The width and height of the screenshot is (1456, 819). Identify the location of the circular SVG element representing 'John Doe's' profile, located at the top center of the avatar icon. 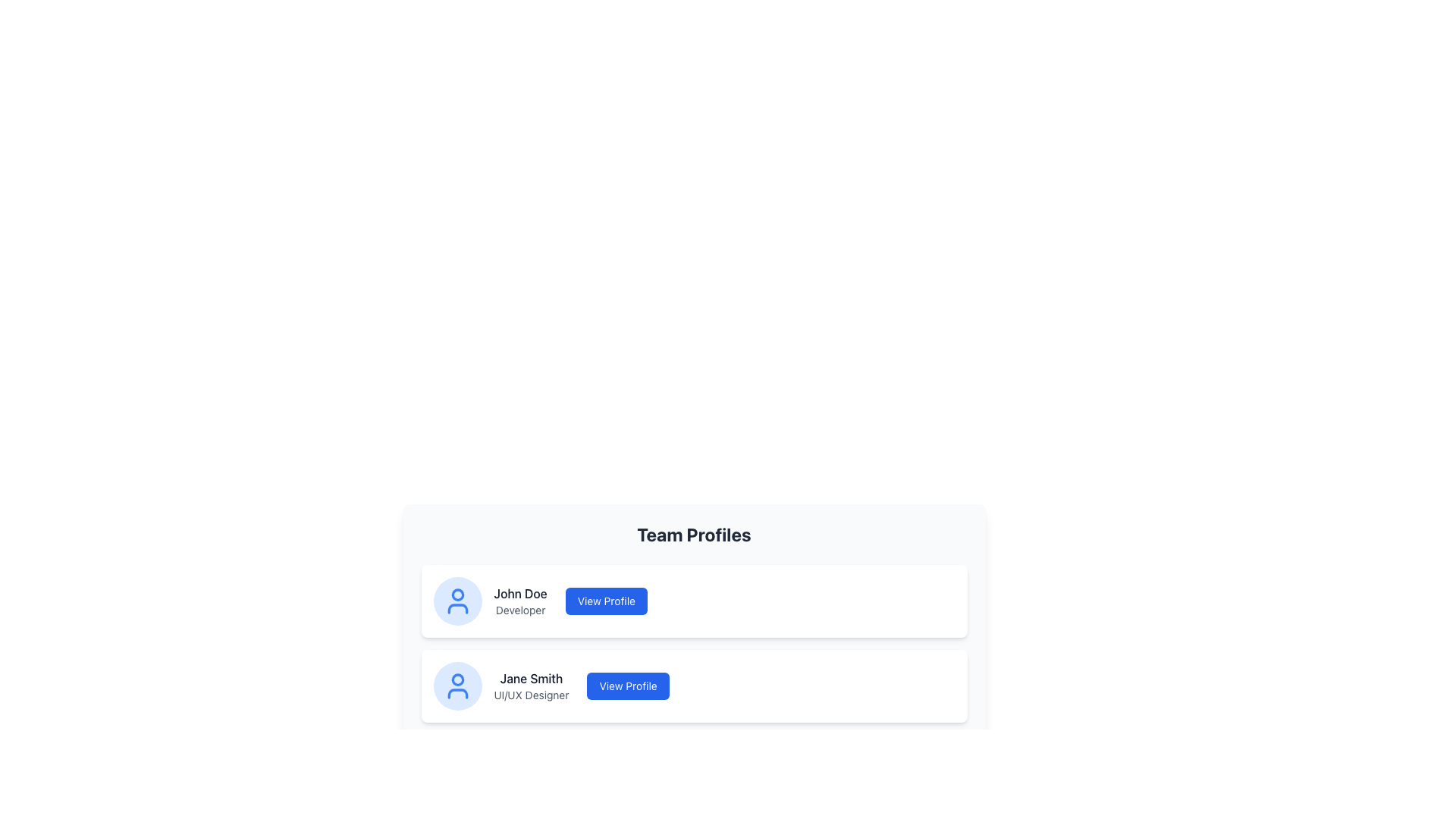
(457, 594).